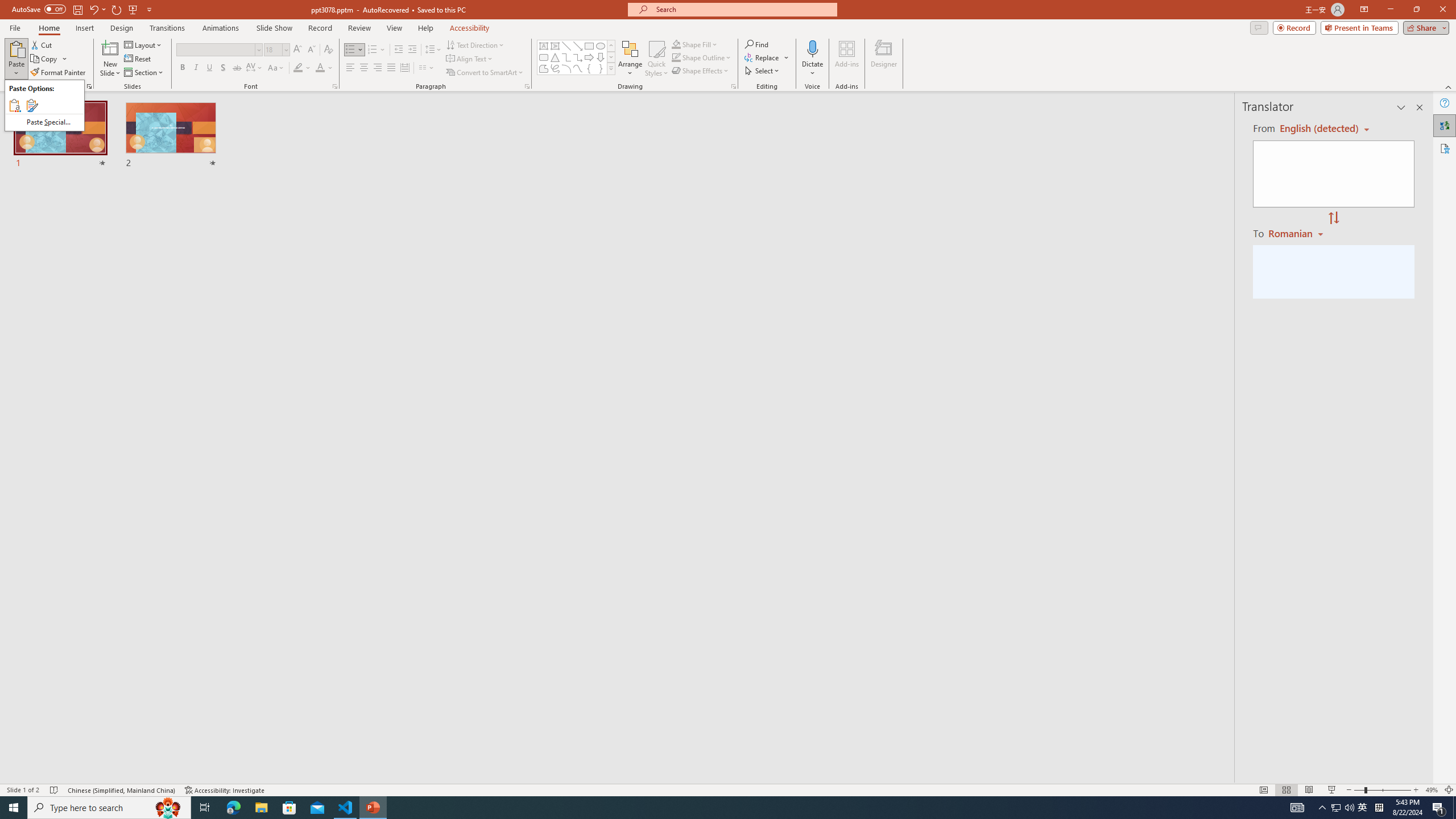  I want to click on 'Font', so click(218, 49).